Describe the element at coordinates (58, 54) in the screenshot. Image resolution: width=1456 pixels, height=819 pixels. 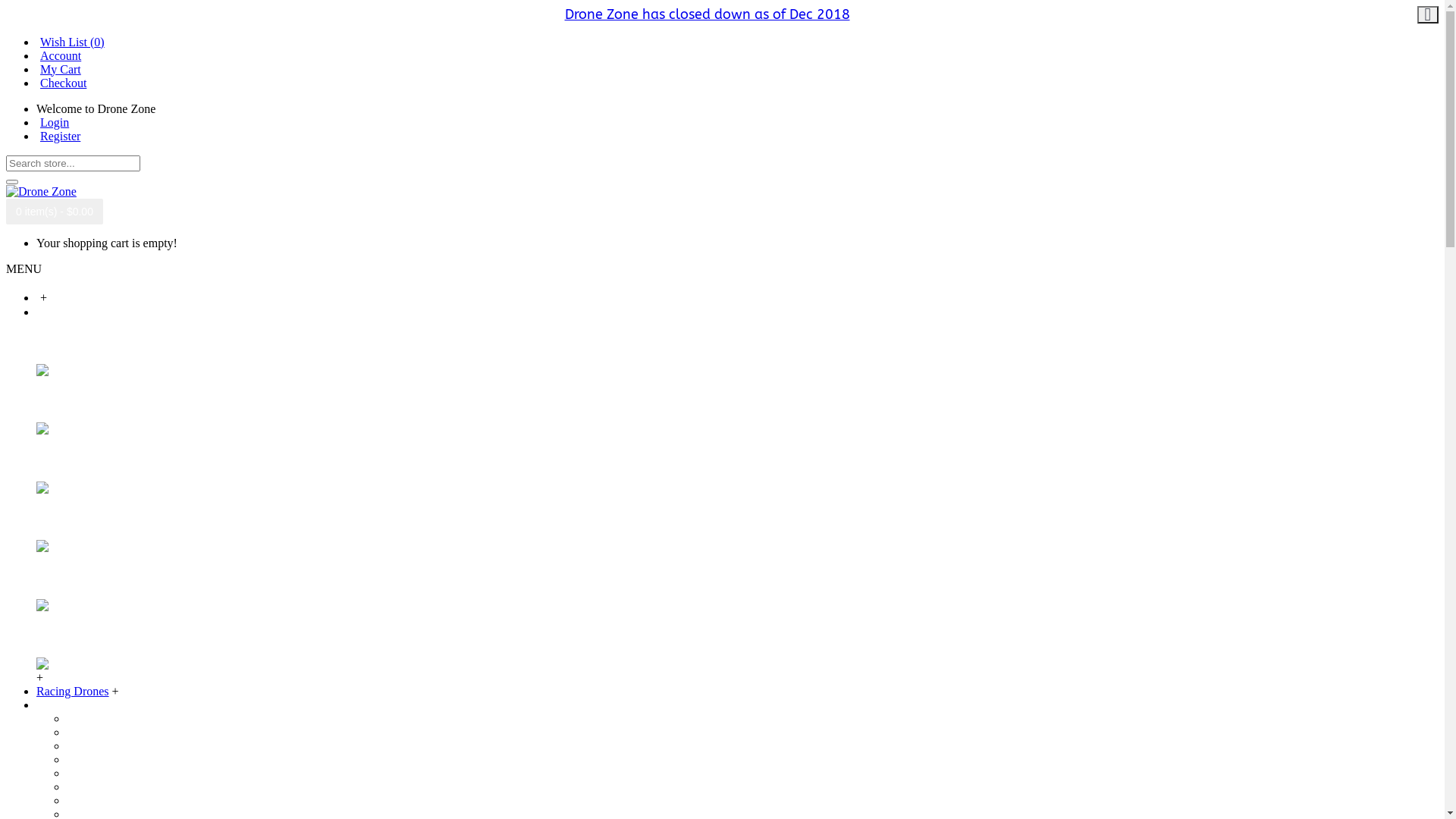
I see `'Account'` at that location.